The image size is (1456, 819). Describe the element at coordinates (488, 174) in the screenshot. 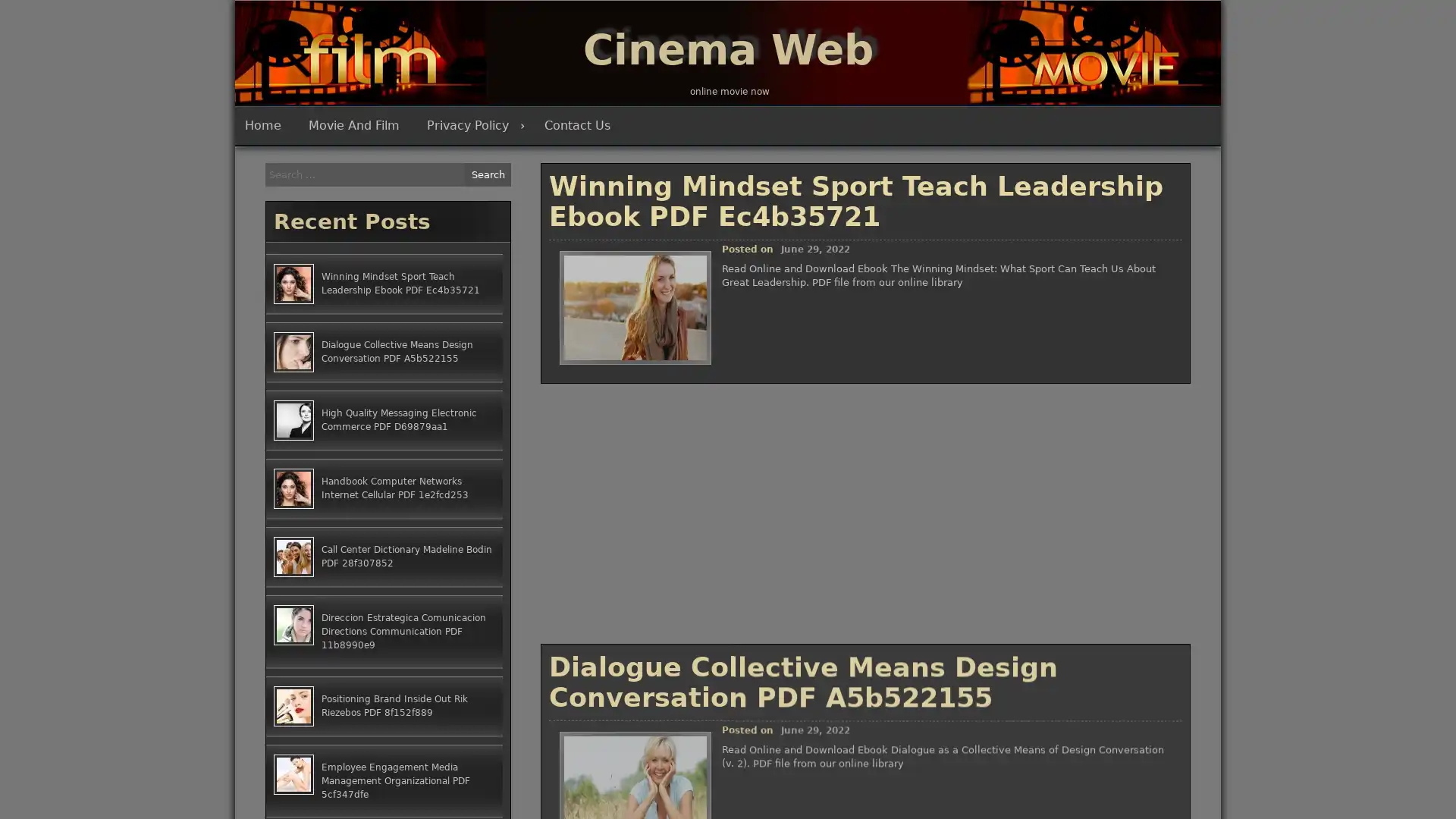

I see `Search` at that location.